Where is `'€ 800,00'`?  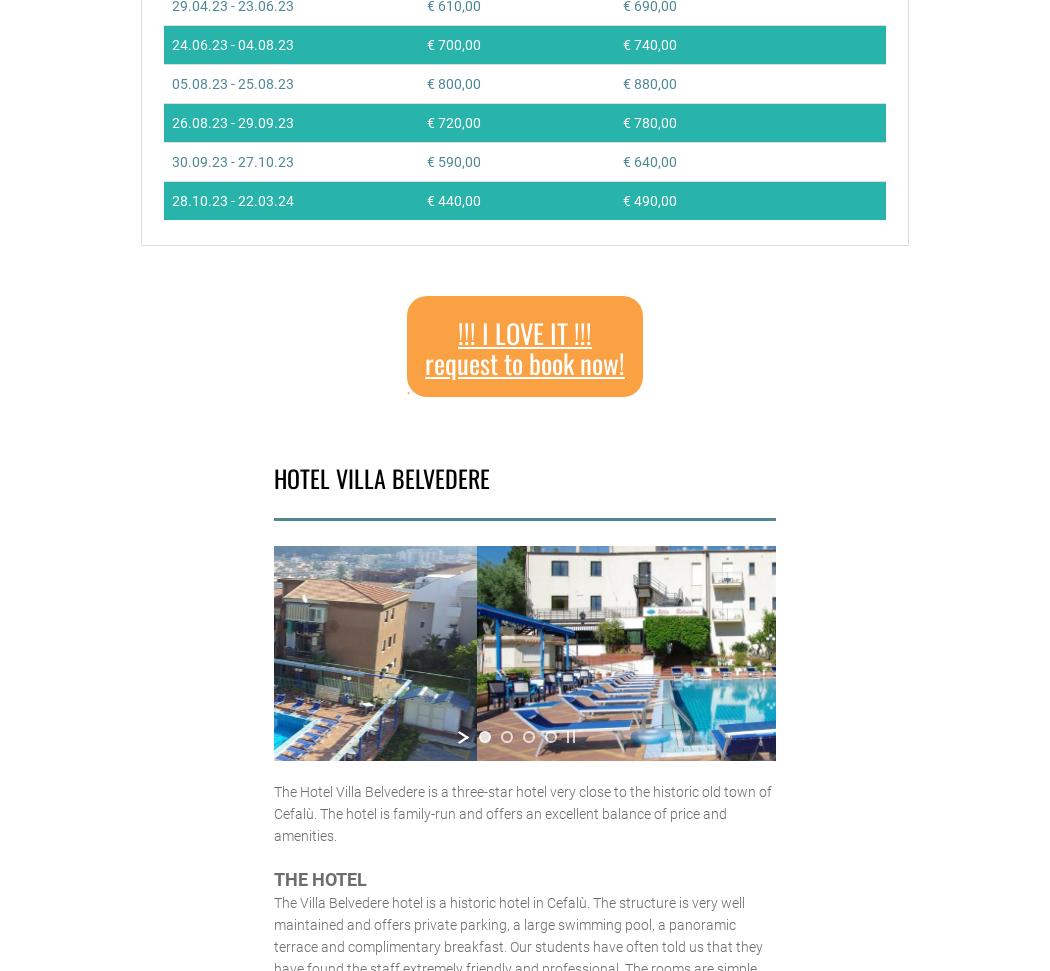 '€ 800,00' is located at coordinates (452, 82).